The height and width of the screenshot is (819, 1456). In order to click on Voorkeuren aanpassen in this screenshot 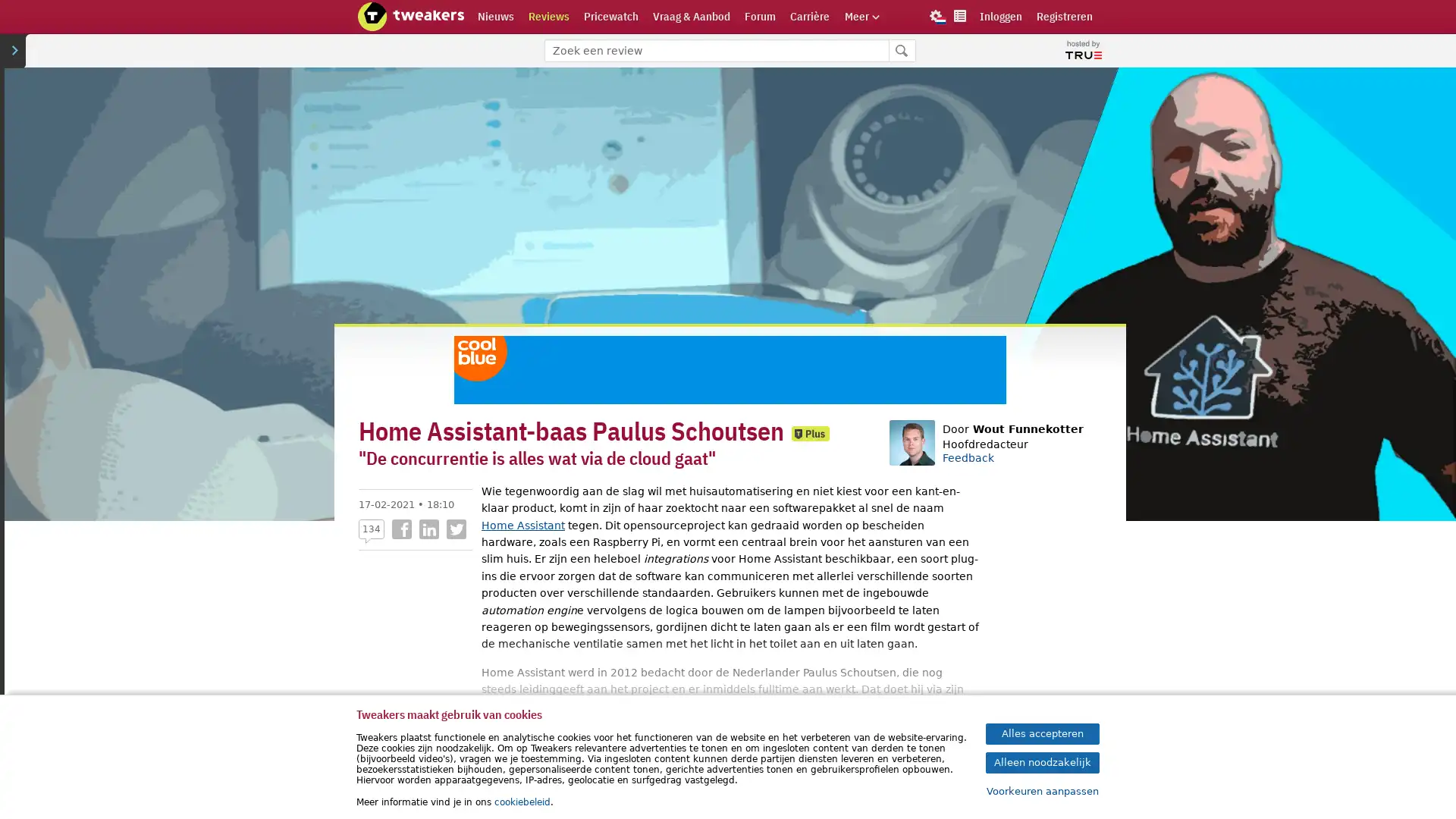, I will do `click(1041, 791)`.